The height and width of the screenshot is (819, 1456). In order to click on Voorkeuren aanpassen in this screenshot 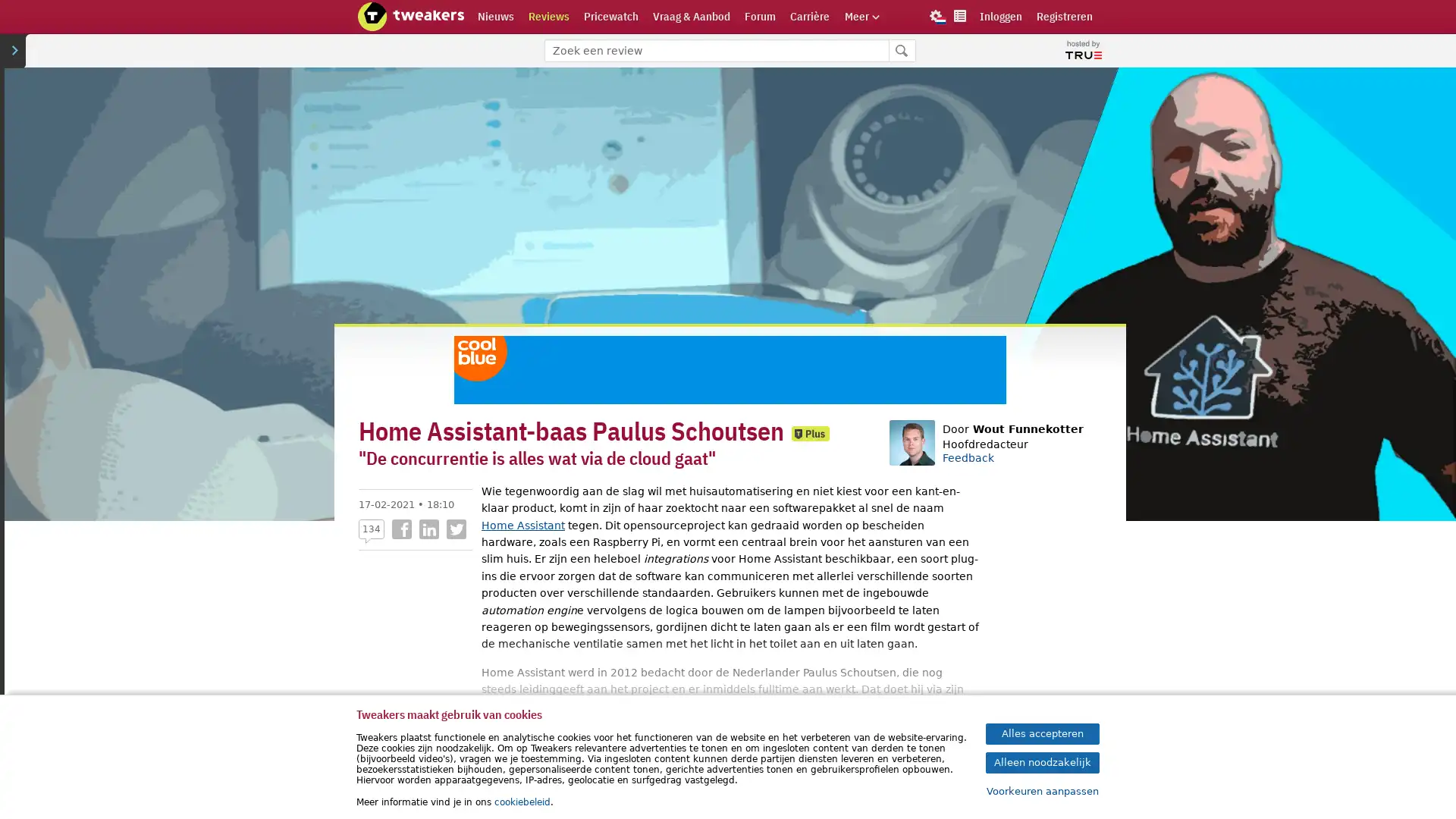, I will do `click(1041, 791)`.